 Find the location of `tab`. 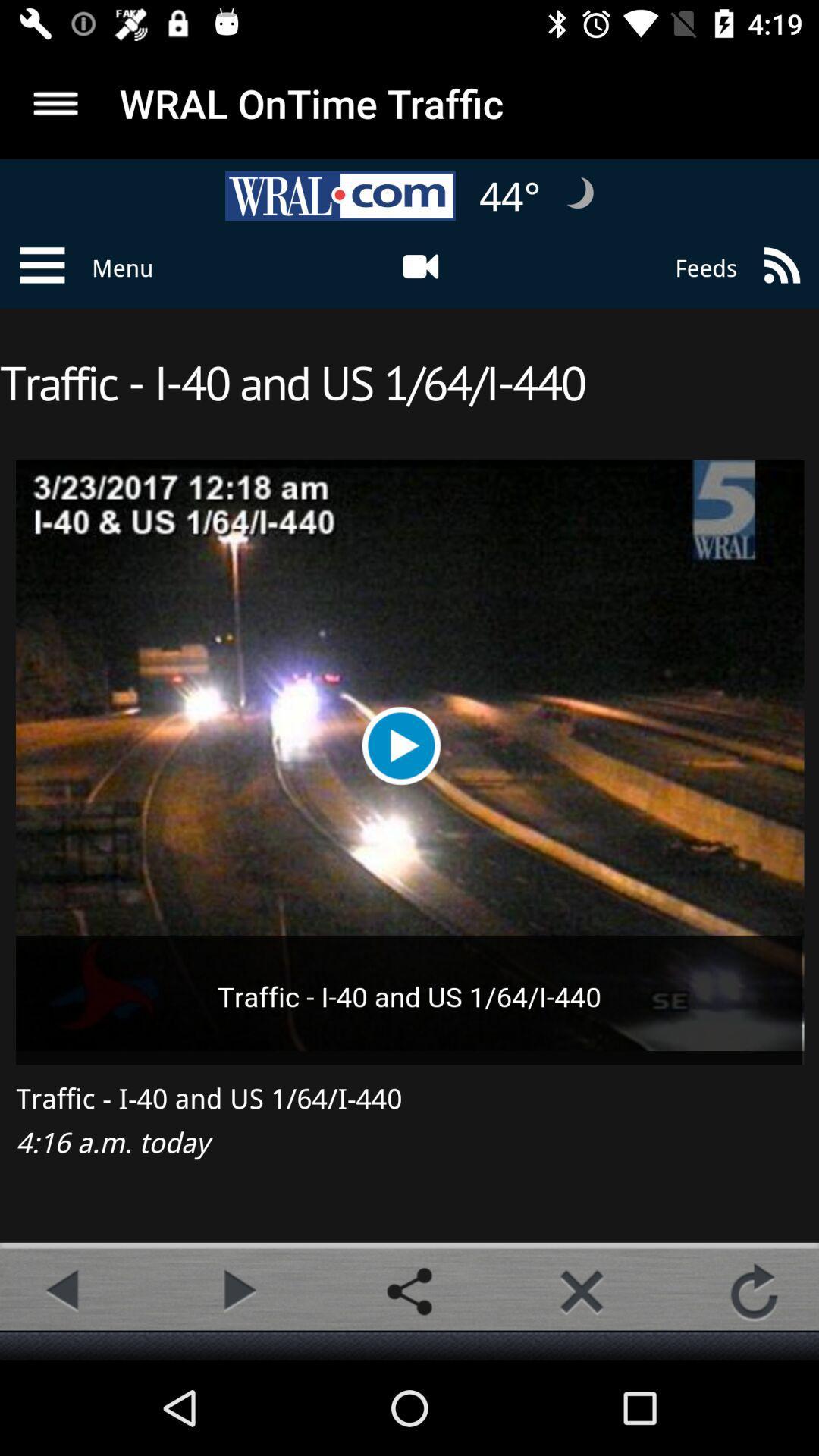

tab is located at coordinates (581, 1291).